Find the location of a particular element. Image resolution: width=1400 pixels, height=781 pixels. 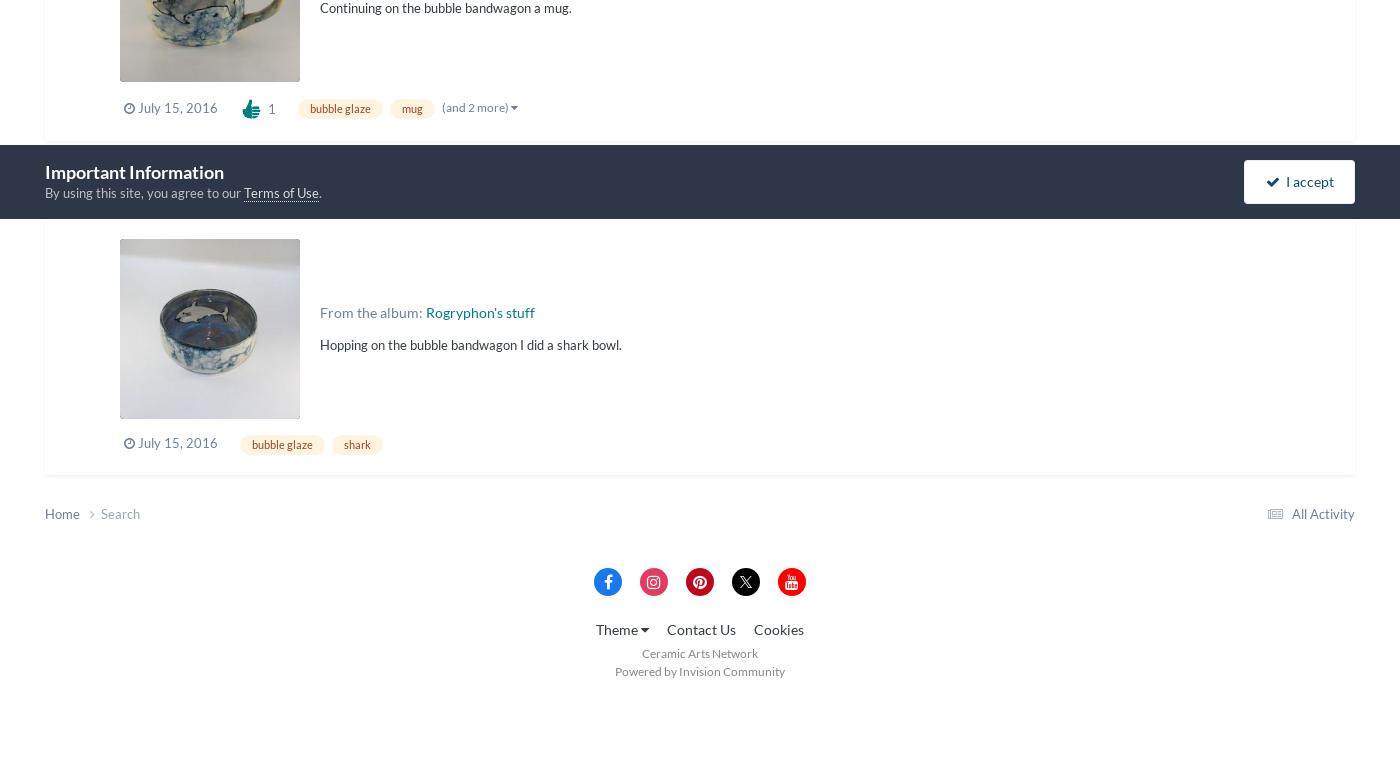

'Hopping on the bubble bandwagon I did a shark bowl.' is located at coordinates (469, 344).